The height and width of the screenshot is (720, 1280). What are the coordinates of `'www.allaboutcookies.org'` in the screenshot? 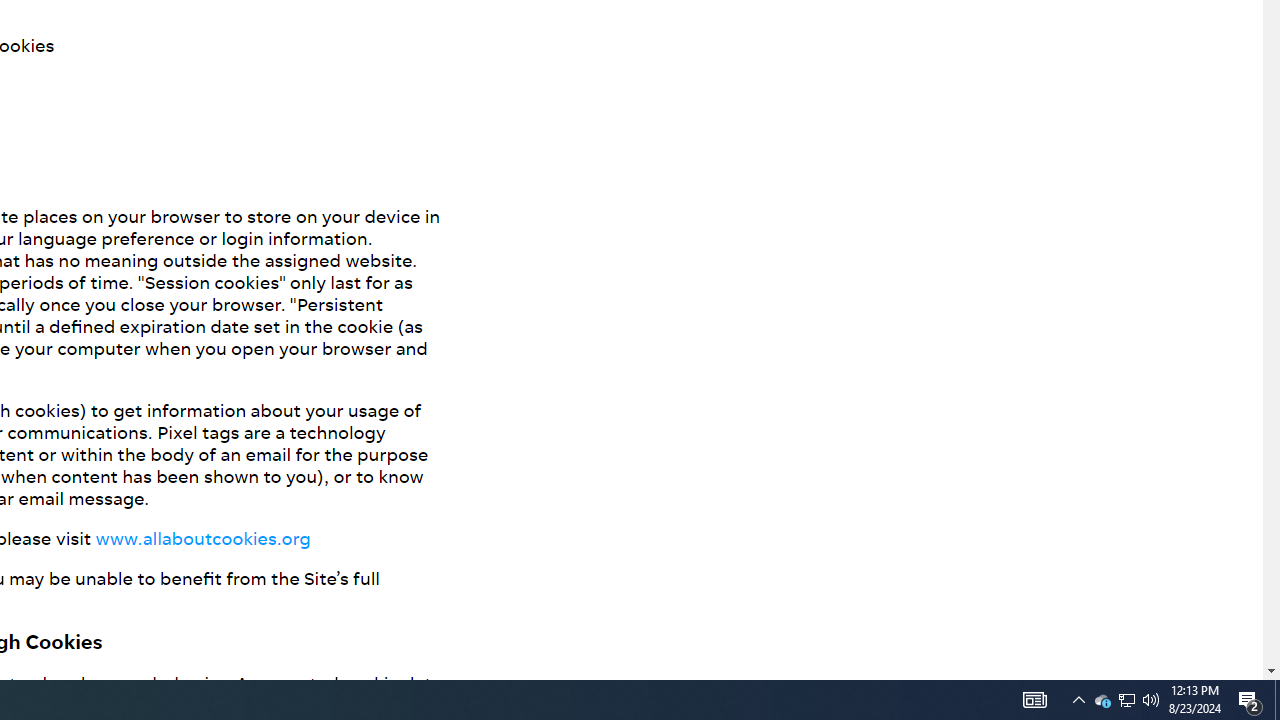 It's located at (202, 536).